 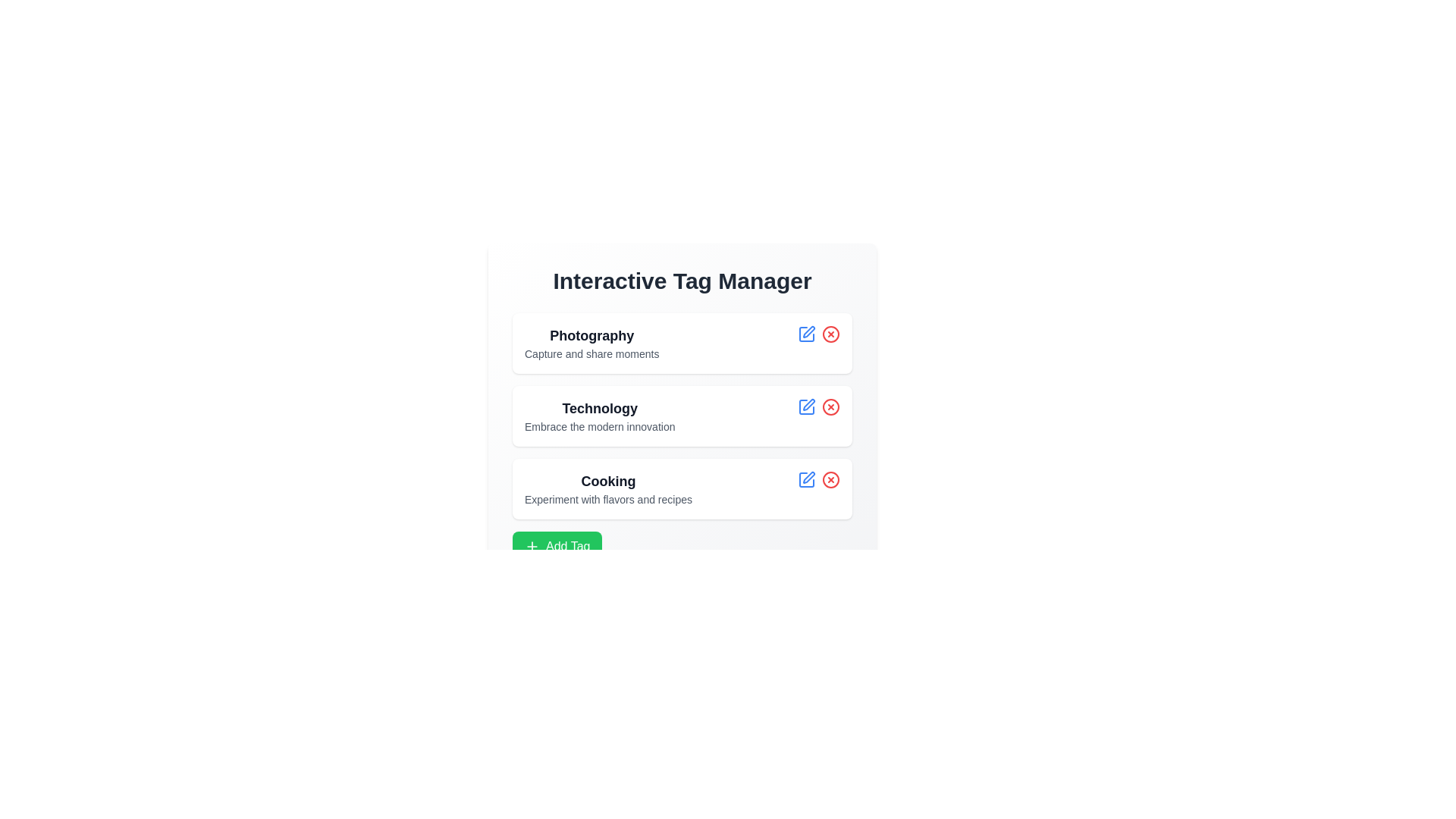 What do you see at coordinates (830, 333) in the screenshot?
I see `the delete button for the 'Photography' tag item to trigger the tooltip or highlight effect` at bounding box center [830, 333].